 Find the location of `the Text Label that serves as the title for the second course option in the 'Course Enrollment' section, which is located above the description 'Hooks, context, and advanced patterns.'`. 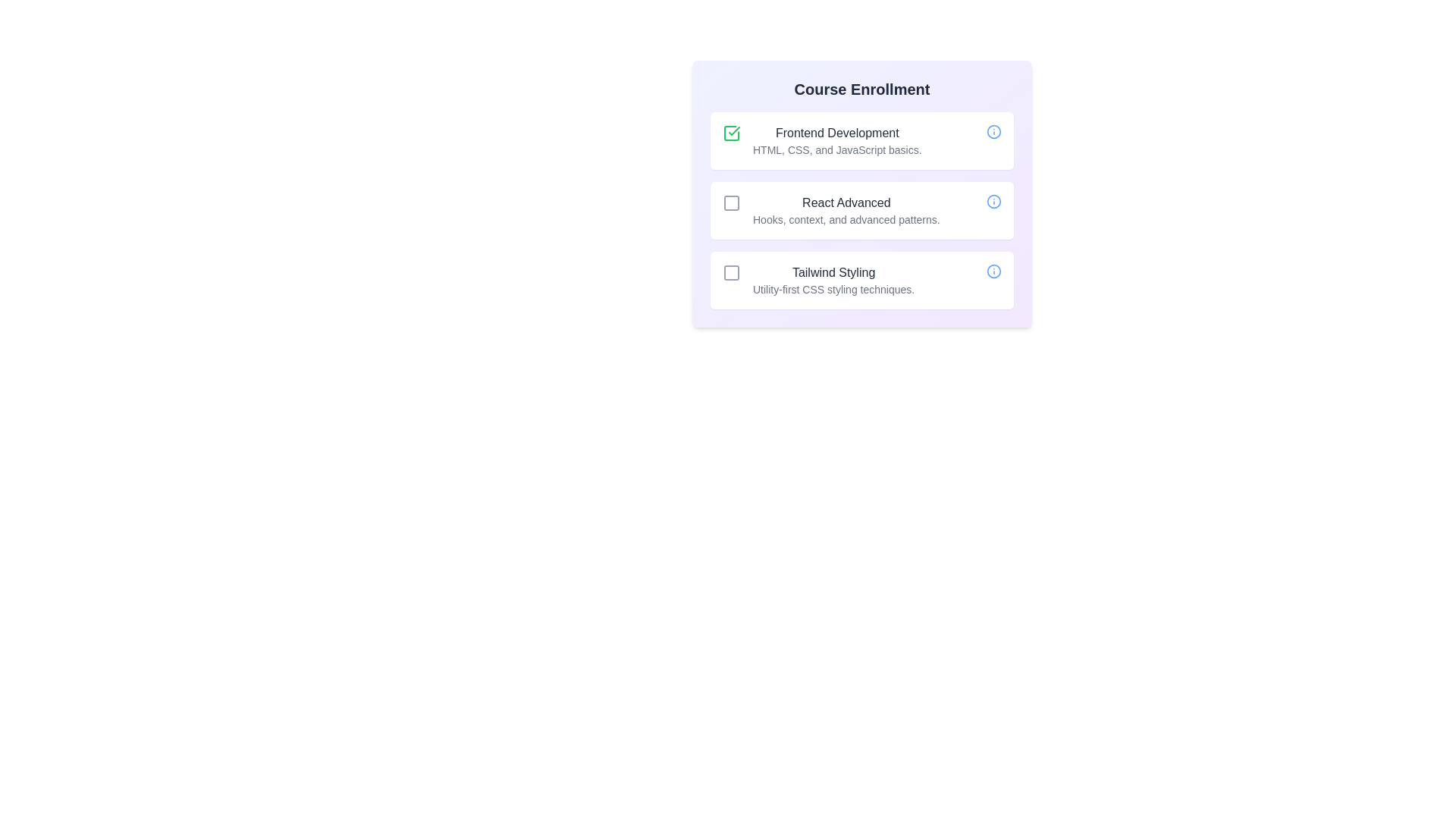

the Text Label that serves as the title for the second course option in the 'Course Enrollment' section, which is located above the description 'Hooks, context, and advanced patterns.' is located at coordinates (846, 202).